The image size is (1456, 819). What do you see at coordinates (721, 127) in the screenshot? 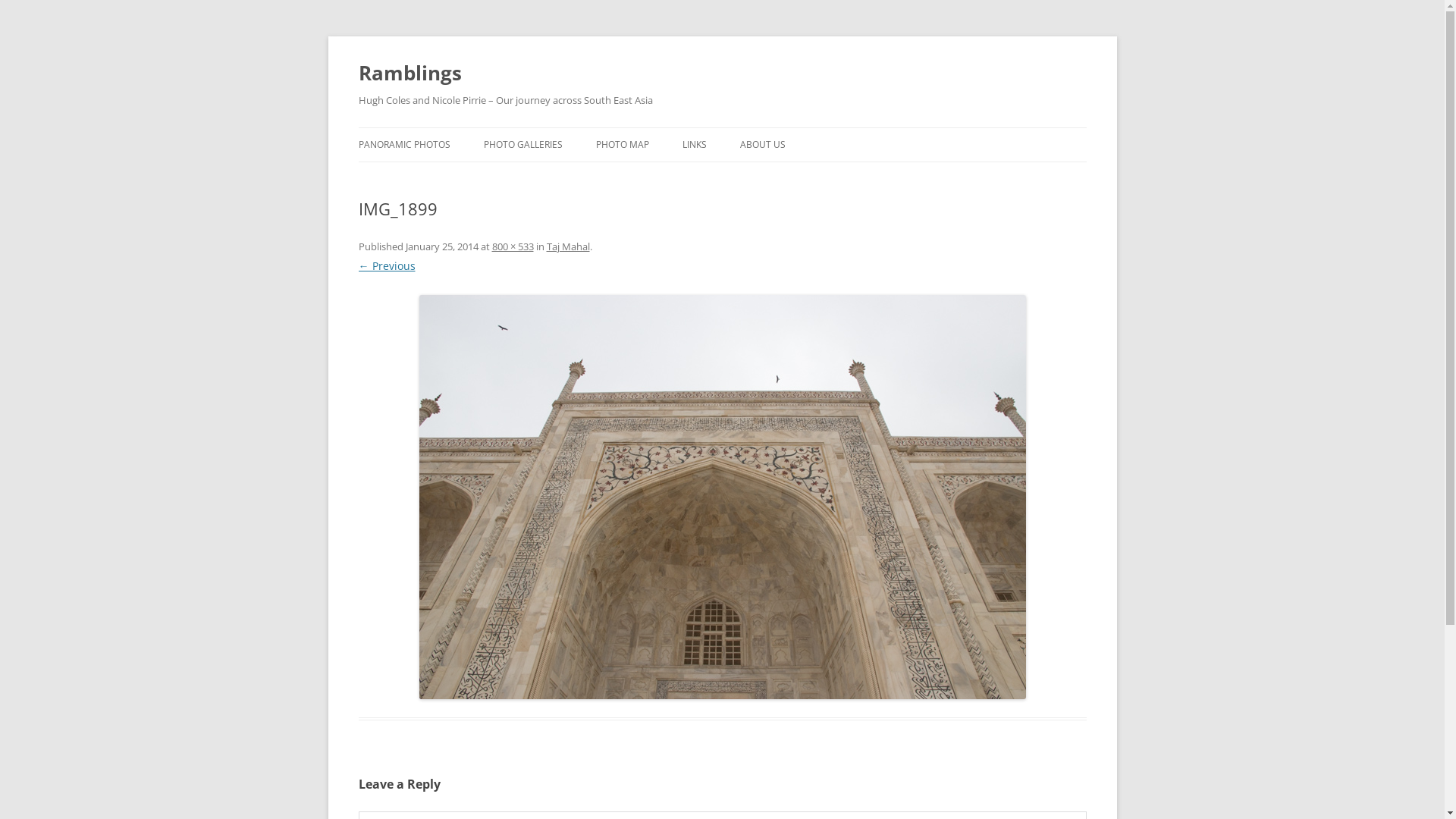
I see `'Skip to content'` at bounding box center [721, 127].